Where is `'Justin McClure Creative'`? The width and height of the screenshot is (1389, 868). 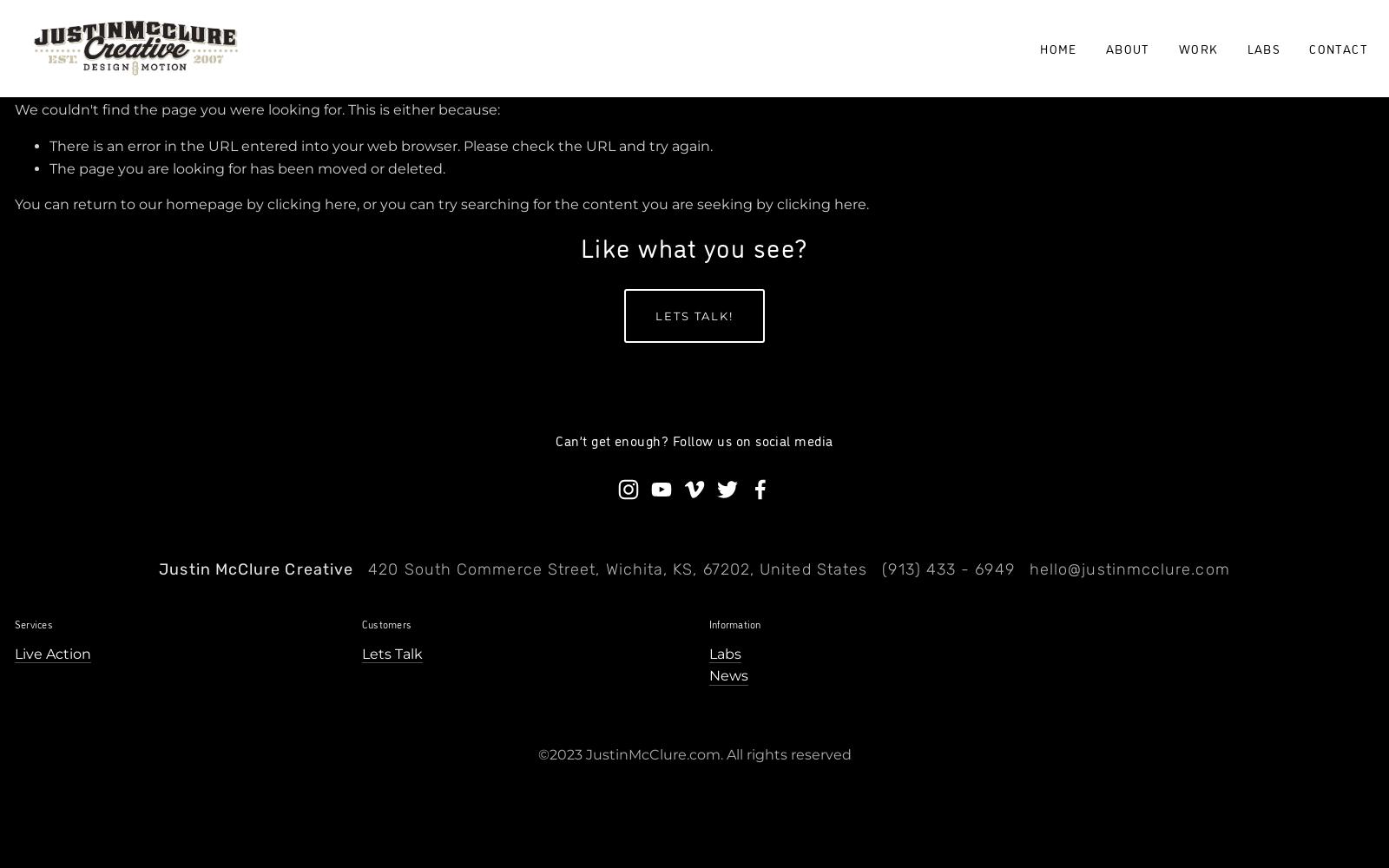 'Justin McClure Creative' is located at coordinates (256, 569).